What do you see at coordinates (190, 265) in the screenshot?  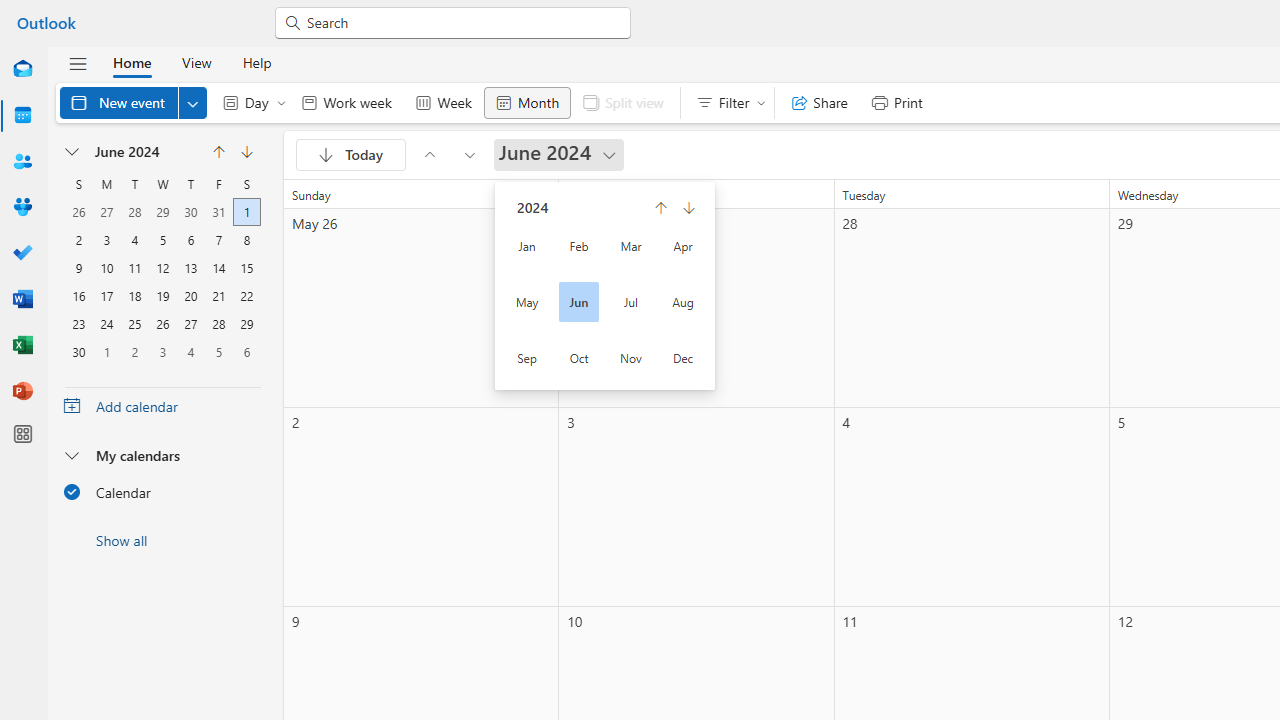 I see `'13, June, 2024'` at bounding box center [190, 265].